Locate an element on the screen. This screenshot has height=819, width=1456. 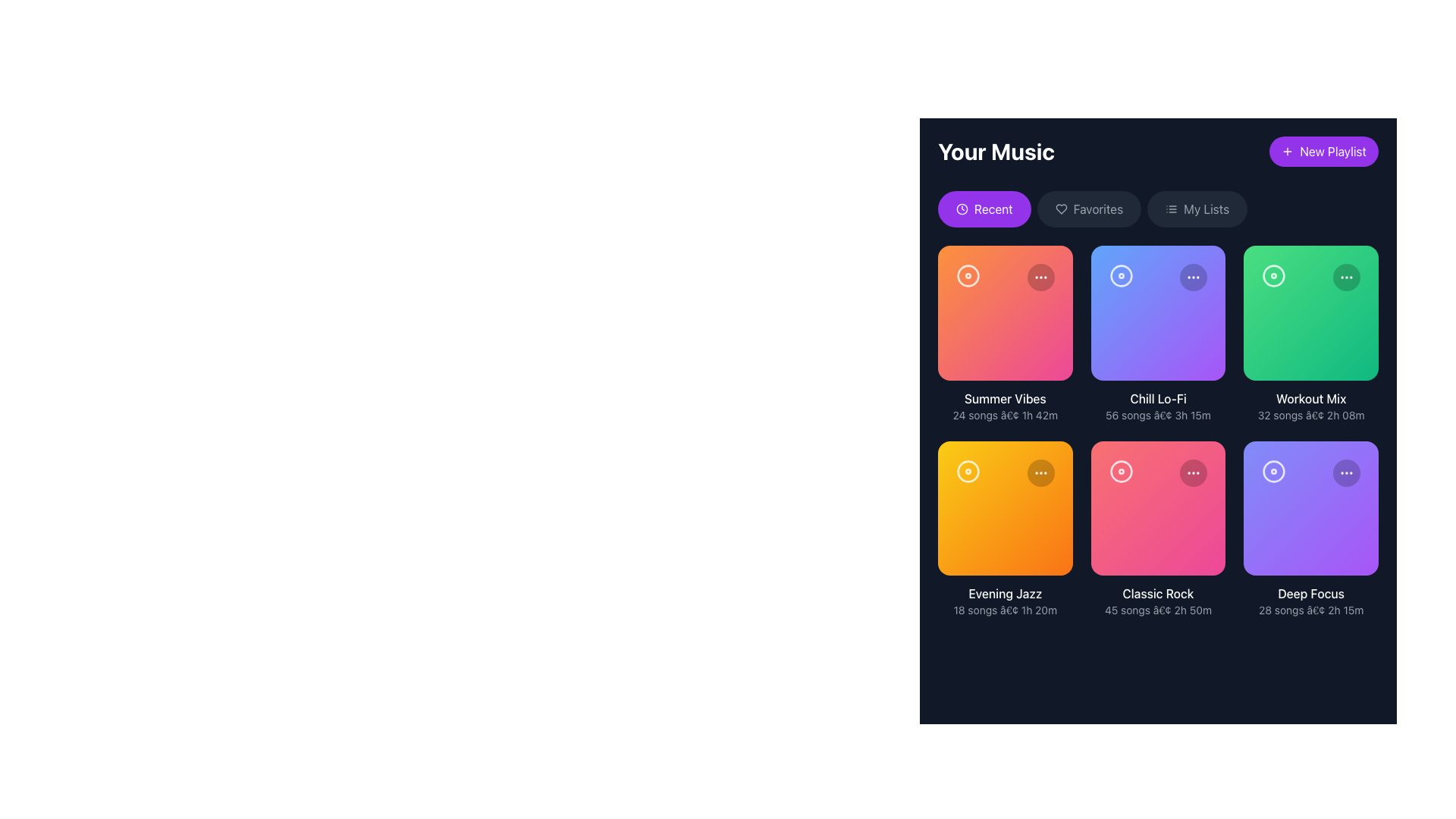
the 'My Lists' button is located at coordinates (1197, 209).